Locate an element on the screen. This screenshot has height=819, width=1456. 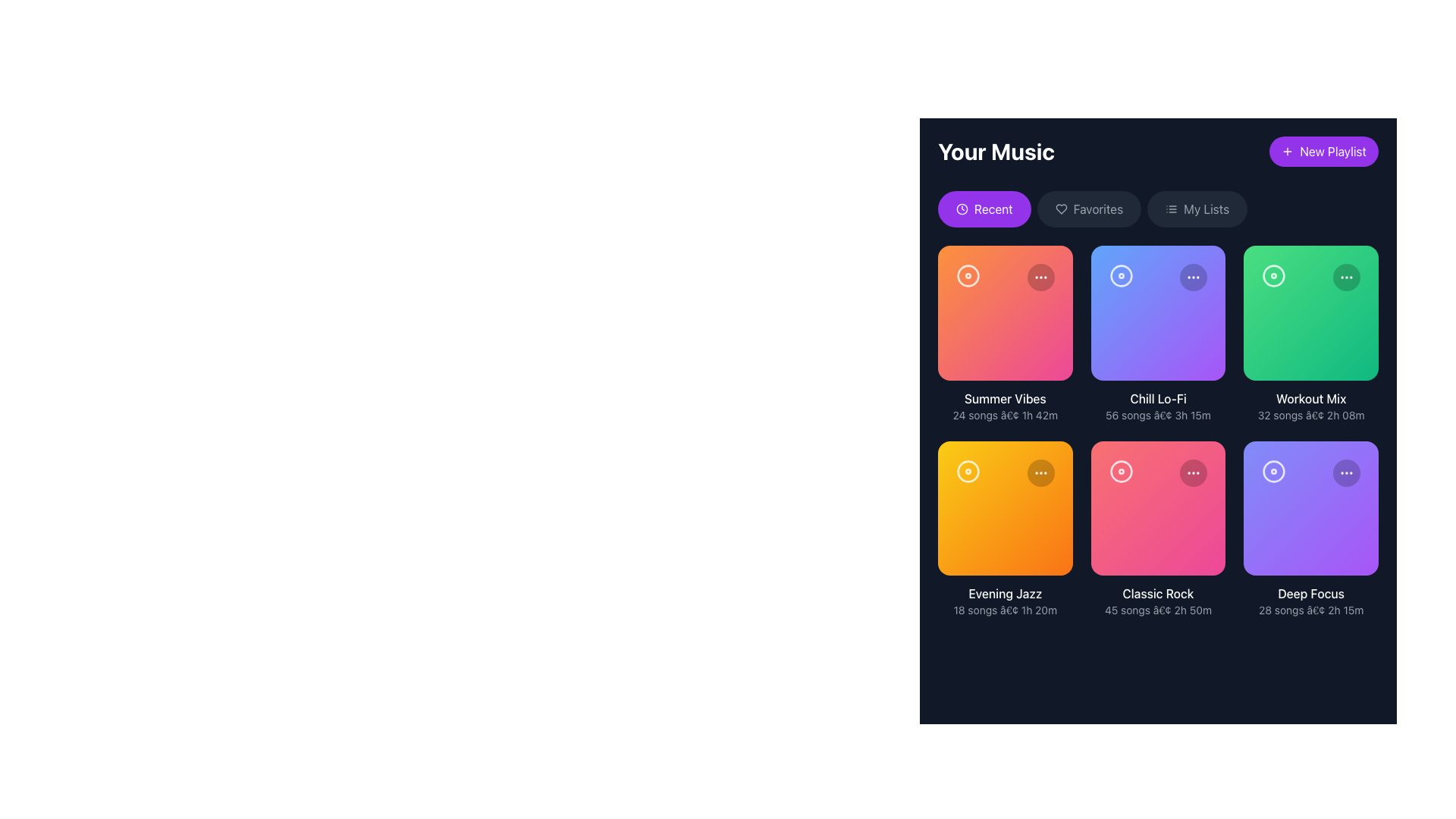
the 'My Lists' button is located at coordinates (1197, 209).